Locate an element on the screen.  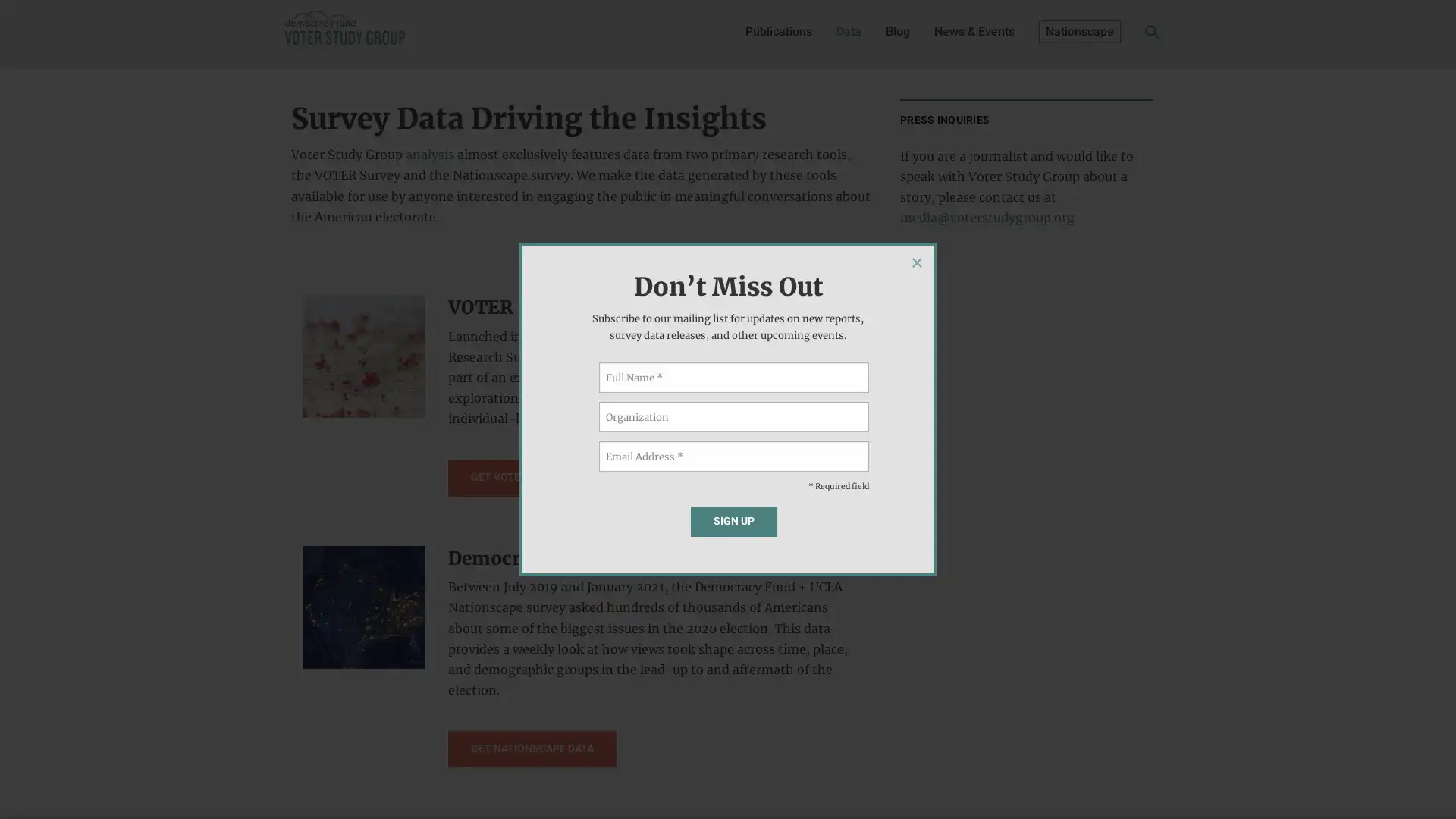
SIGN UP is located at coordinates (733, 520).